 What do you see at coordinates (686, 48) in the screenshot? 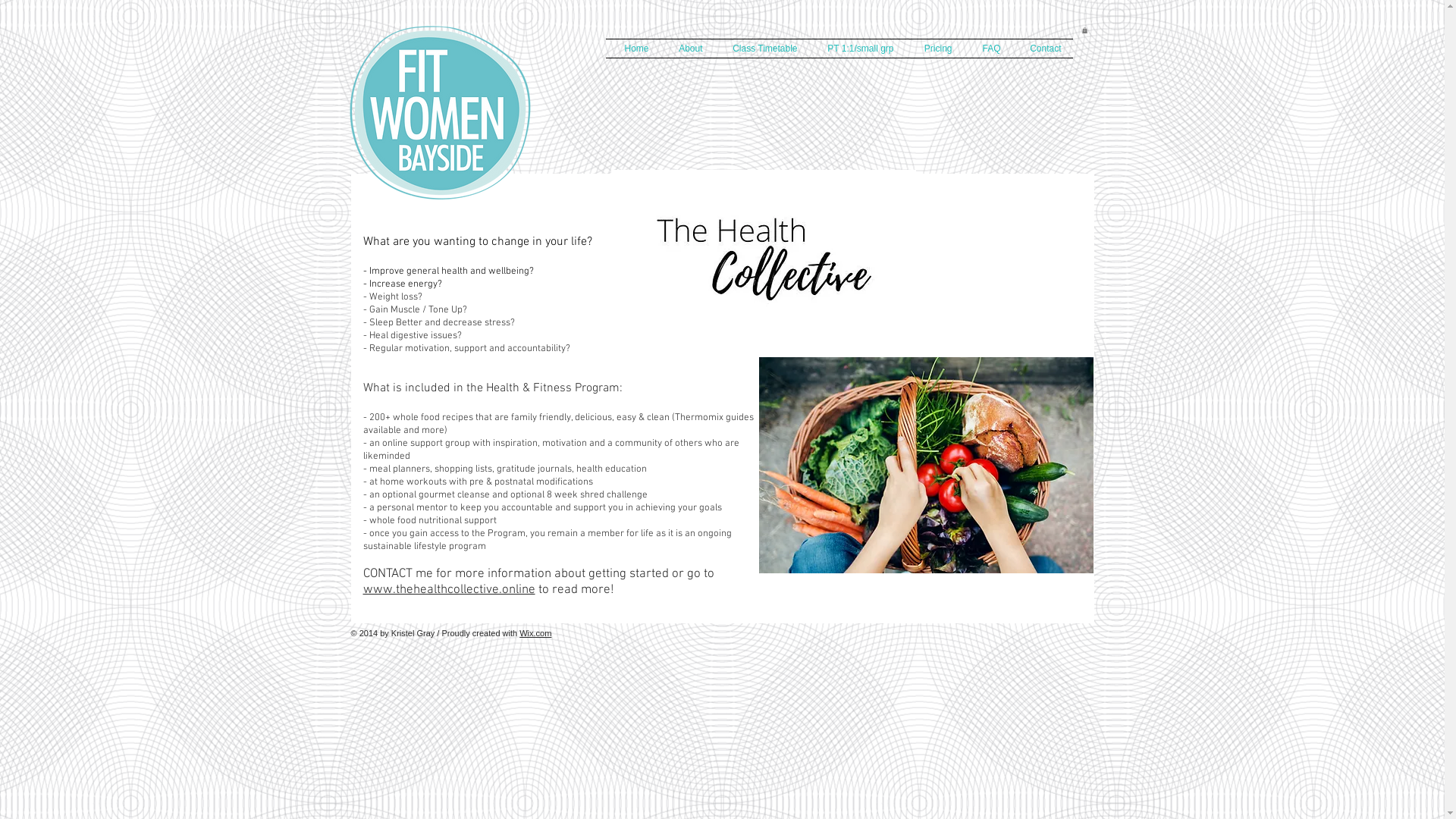
I see `'About'` at bounding box center [686, 48].